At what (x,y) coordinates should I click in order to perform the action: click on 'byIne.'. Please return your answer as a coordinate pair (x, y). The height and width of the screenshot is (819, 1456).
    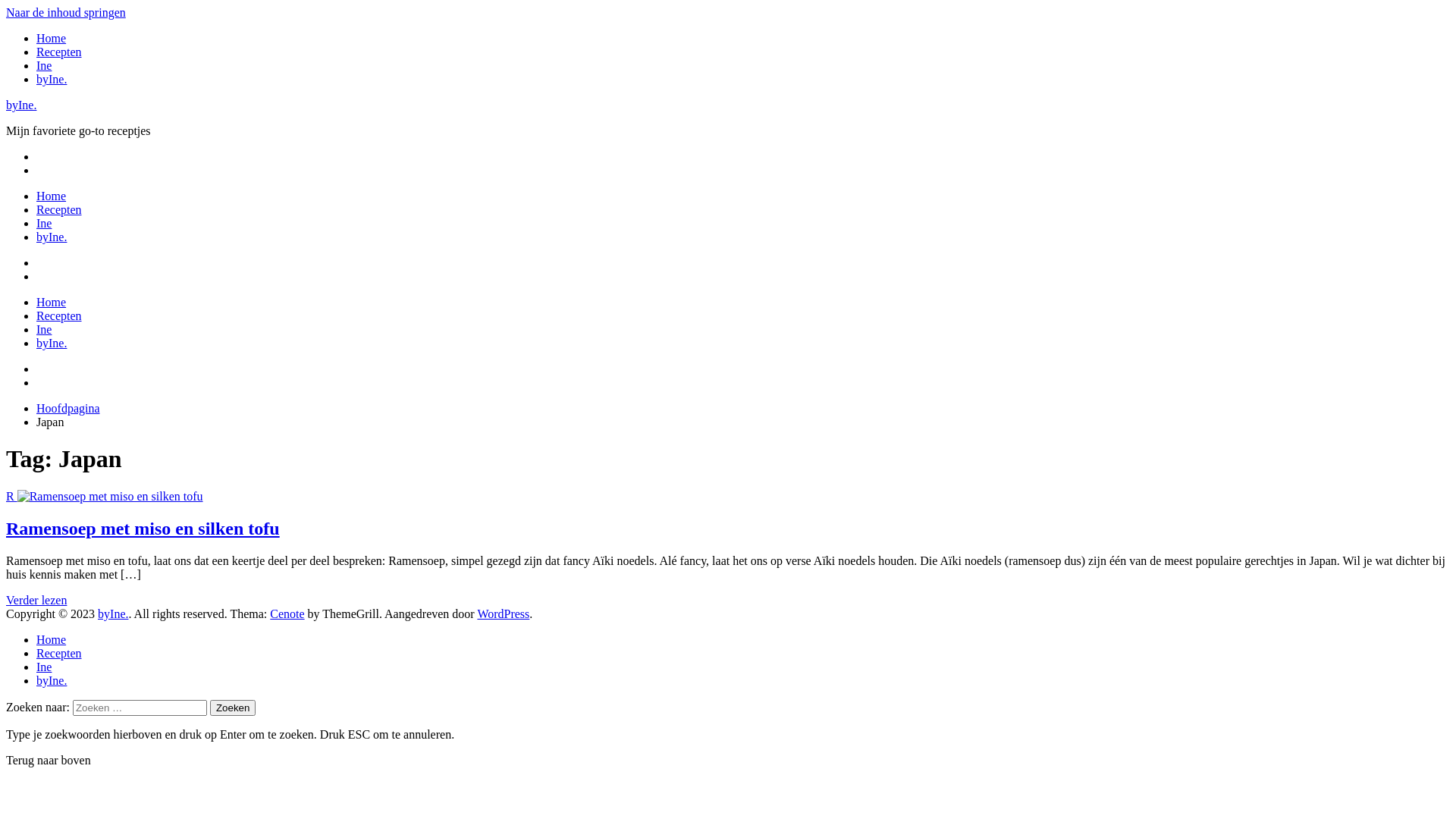
    Looking at the image, I should click on (21, 104).